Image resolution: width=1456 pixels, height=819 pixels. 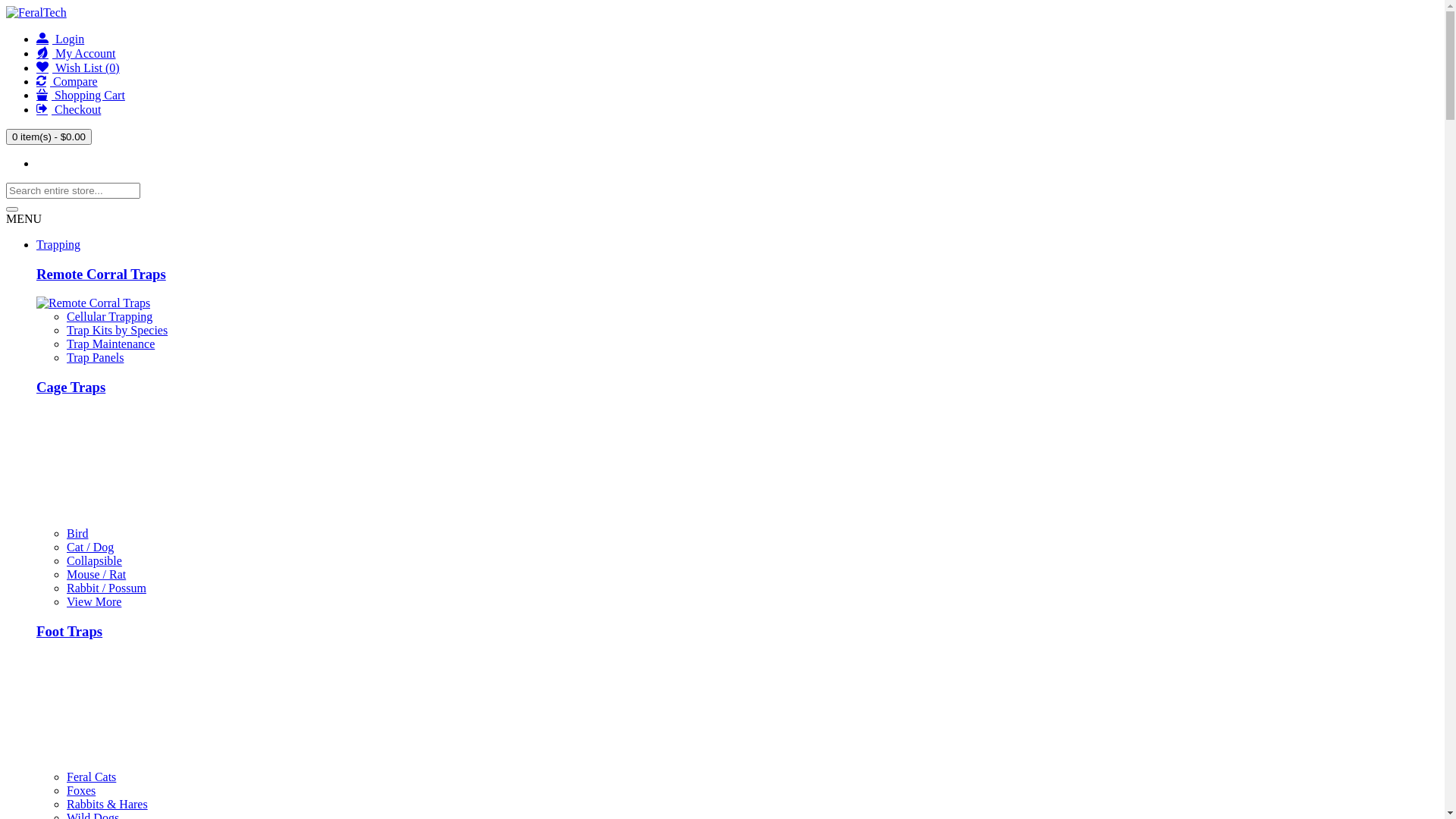 What do you see at coordinates (93, 601) in the screenshot?
I see `'View More'` at bounding box center [93, 601].